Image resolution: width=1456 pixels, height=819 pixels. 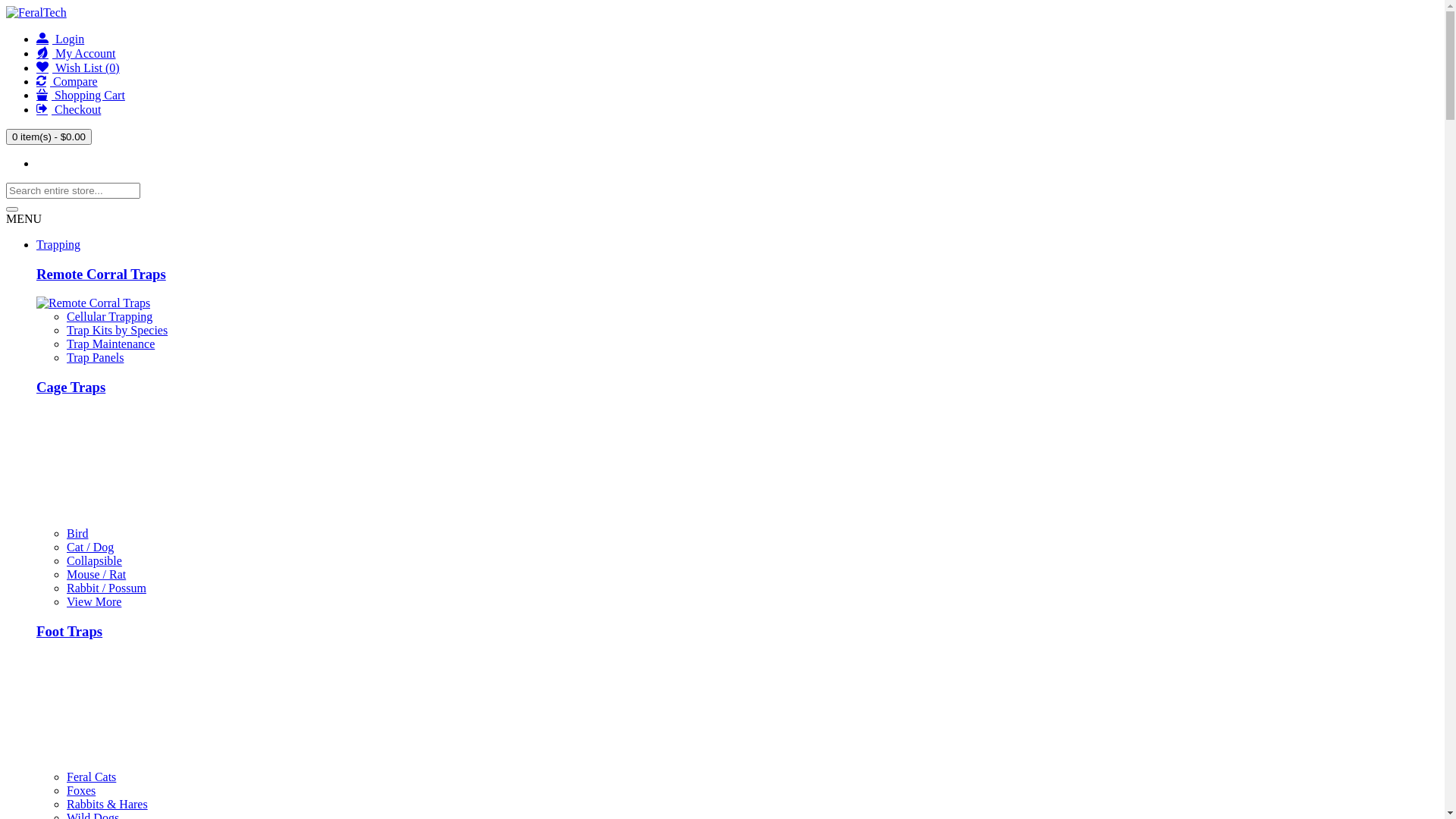 What do you see at coordinates (93, 601) in the screenshot?
I see `'View More'` at bounding box center [93, 601].